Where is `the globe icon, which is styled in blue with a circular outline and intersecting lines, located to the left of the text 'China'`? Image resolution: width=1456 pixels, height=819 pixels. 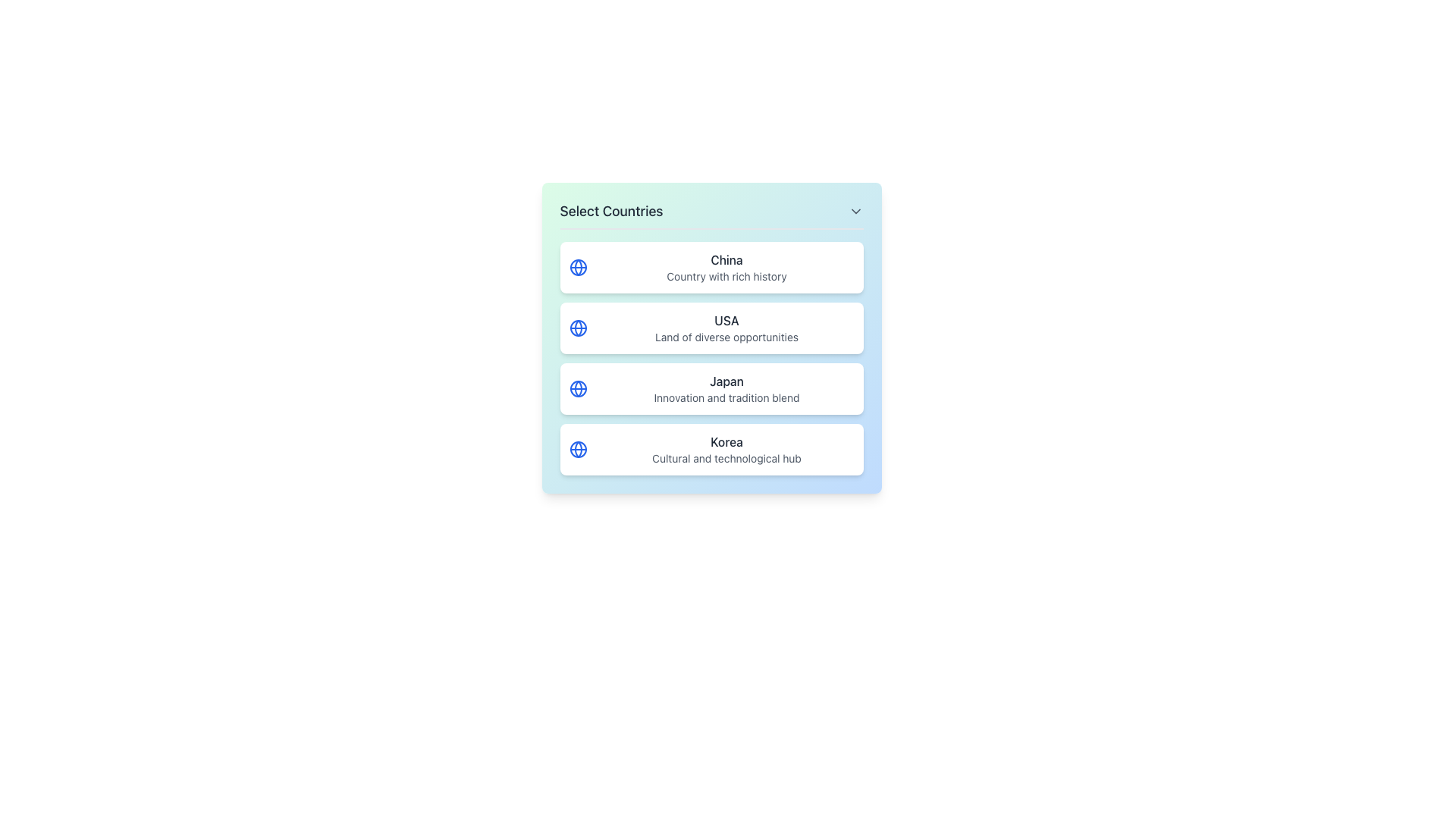
the globe icon, which is styled in blue with a circular outline and intersecting lines, located to the left of the text 'China' is located at coordinates (577, 267).